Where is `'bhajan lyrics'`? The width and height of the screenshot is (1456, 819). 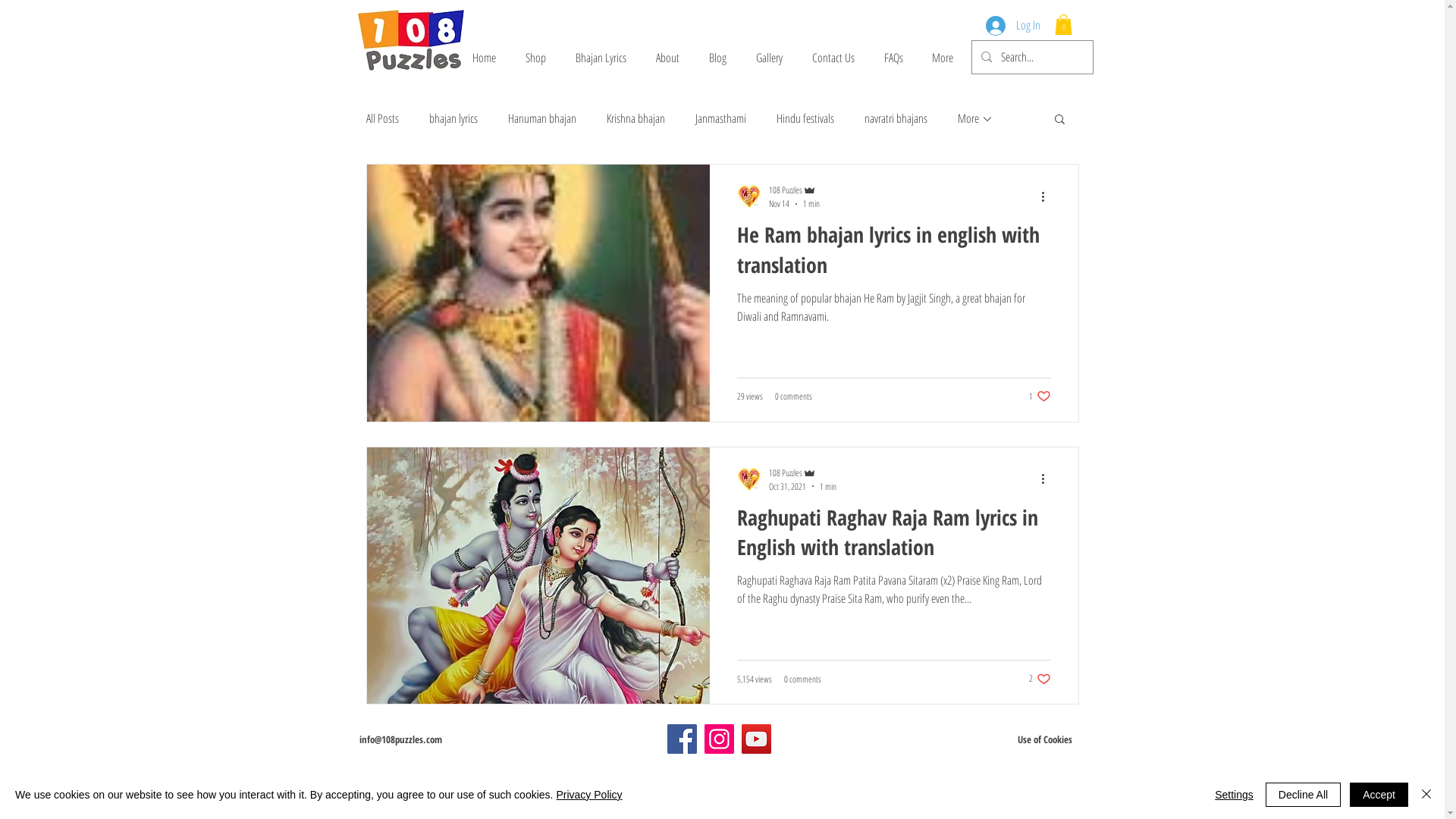 'bhajan lyrics' is located at coordinates (453, 117).